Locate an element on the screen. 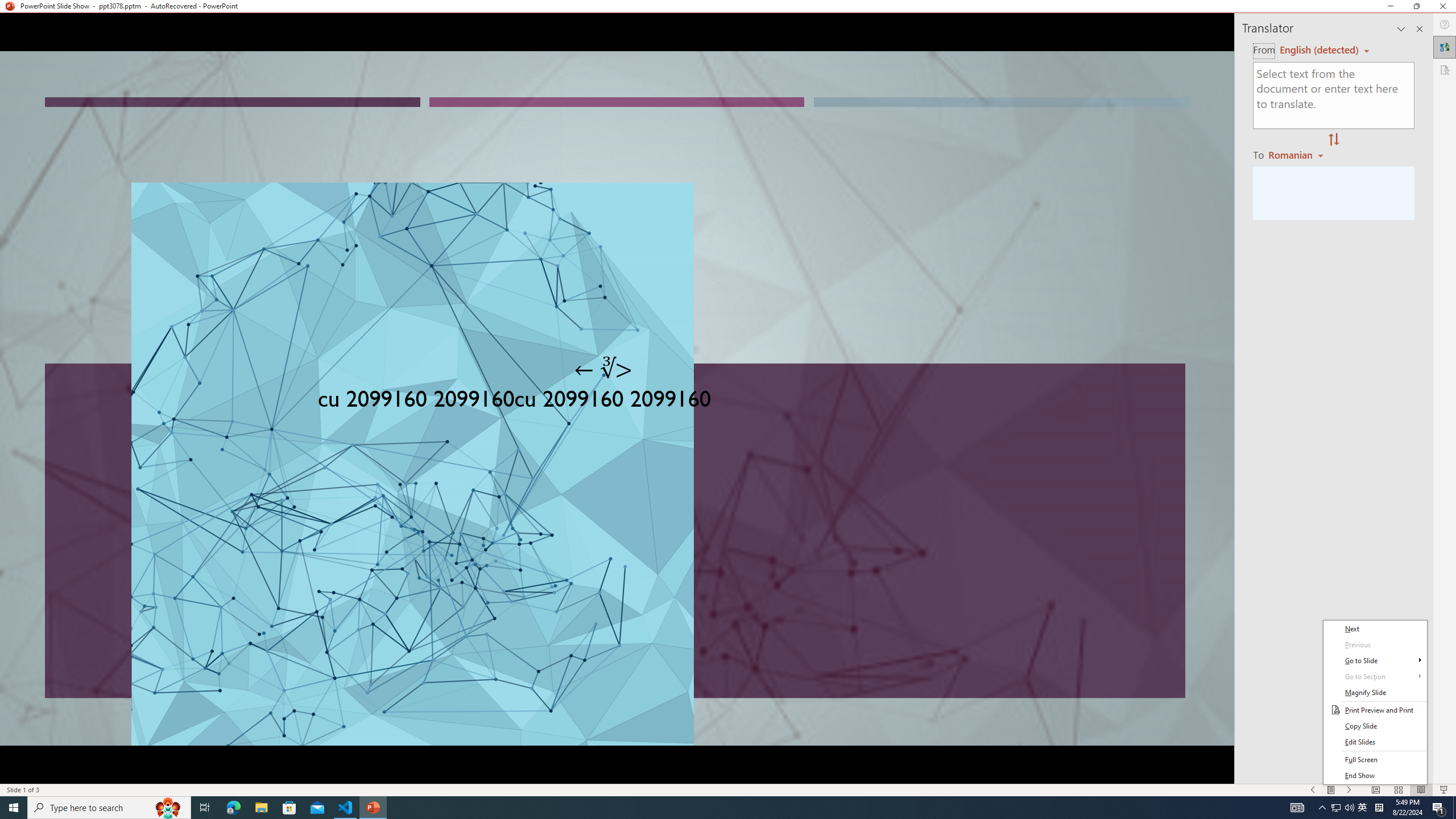 The image size is (1456, 819). 'Czech (detected)' is located at coordinates (1319, 50).